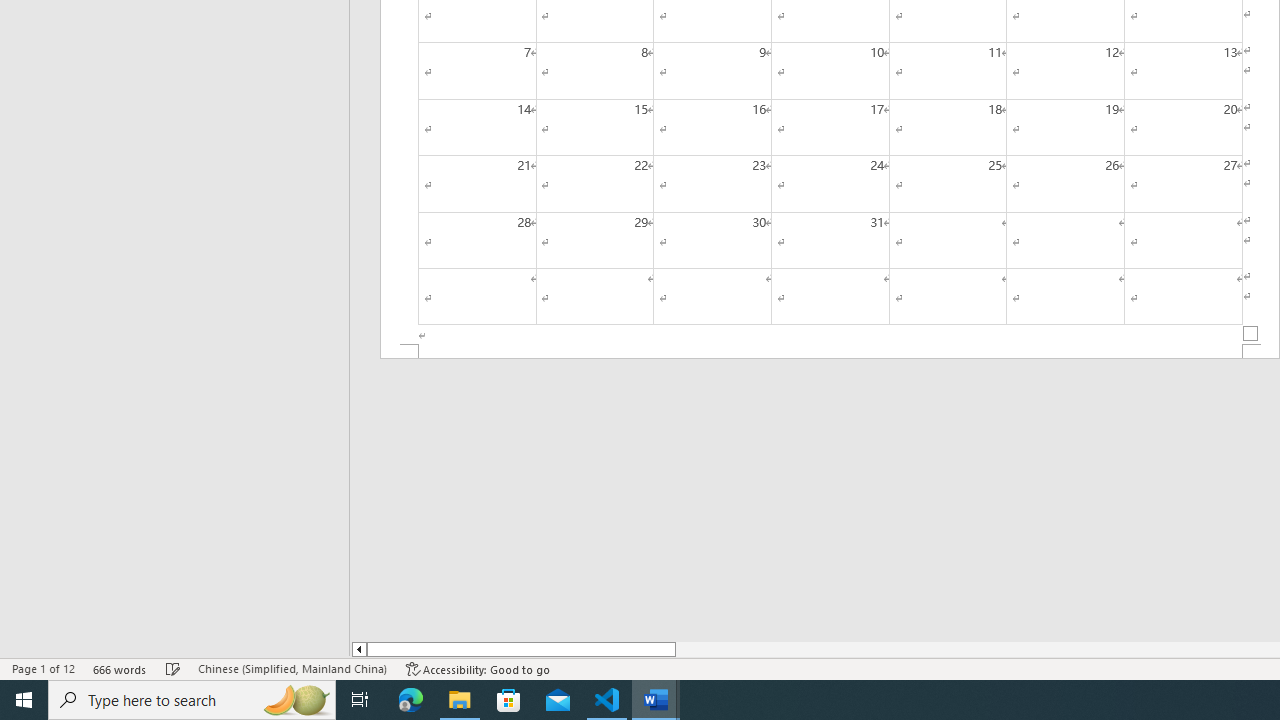 The image size is (1280, 720). I want to click on 'Accessibility Checker Accessibility: Good to go', so click(477, 669).